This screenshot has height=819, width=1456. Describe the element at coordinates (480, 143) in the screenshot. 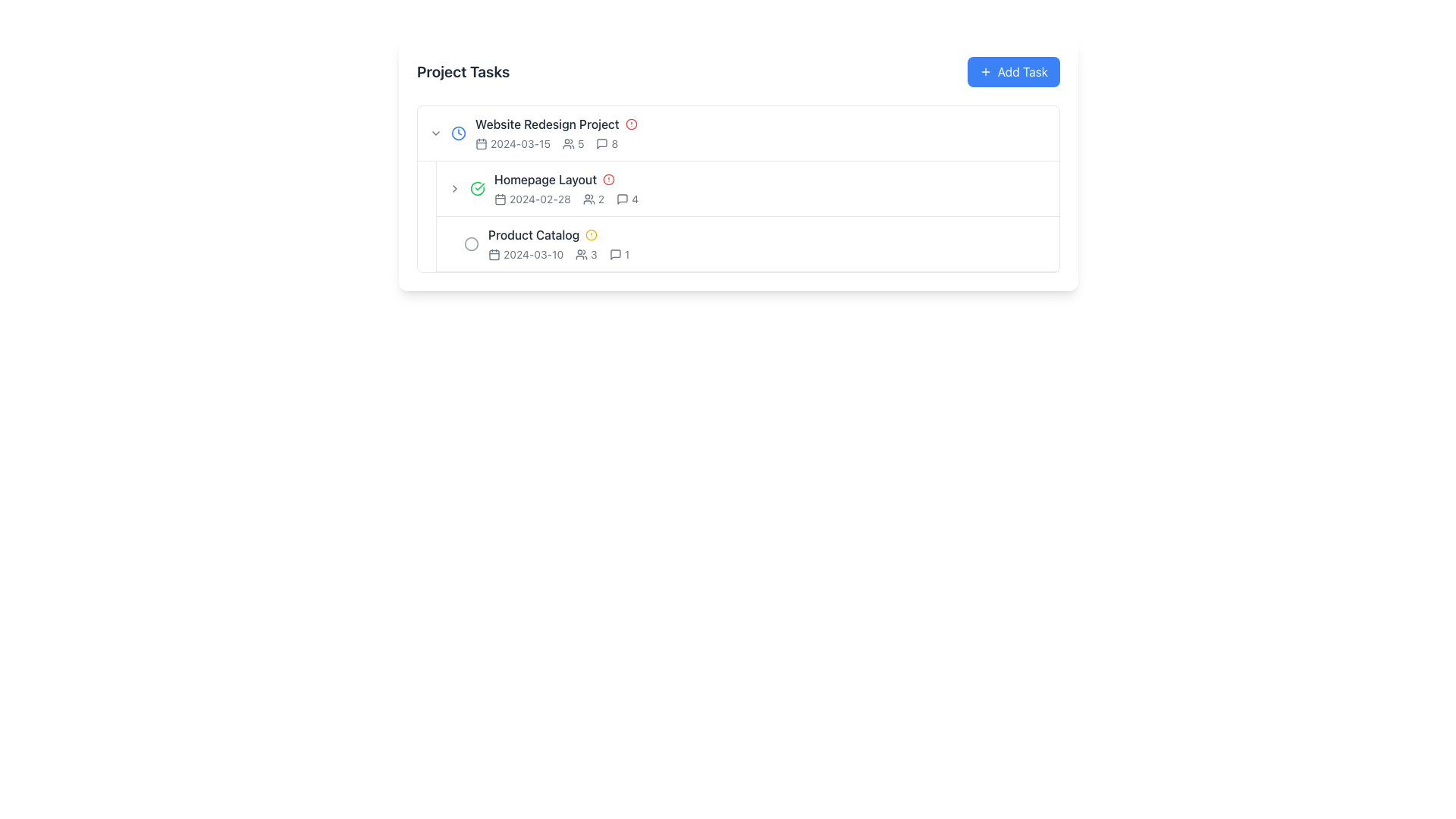

I see `the SVG rectangle with rounded corners that represents the calendar's page within the 'Website Redesign Project' task list entry` at that location.